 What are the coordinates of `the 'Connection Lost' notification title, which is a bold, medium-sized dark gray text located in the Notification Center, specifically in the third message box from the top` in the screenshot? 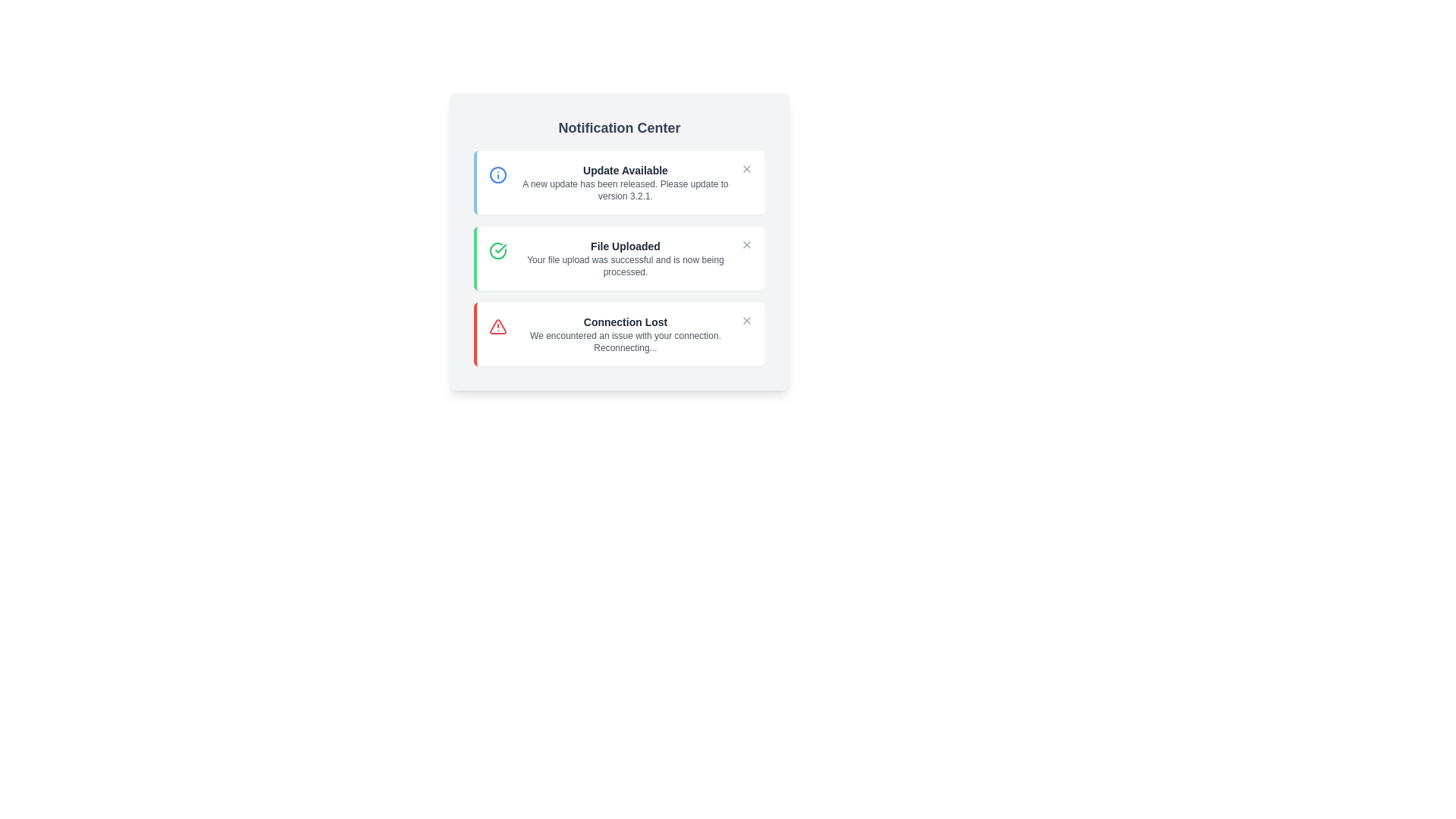 It's located at (626, 321).